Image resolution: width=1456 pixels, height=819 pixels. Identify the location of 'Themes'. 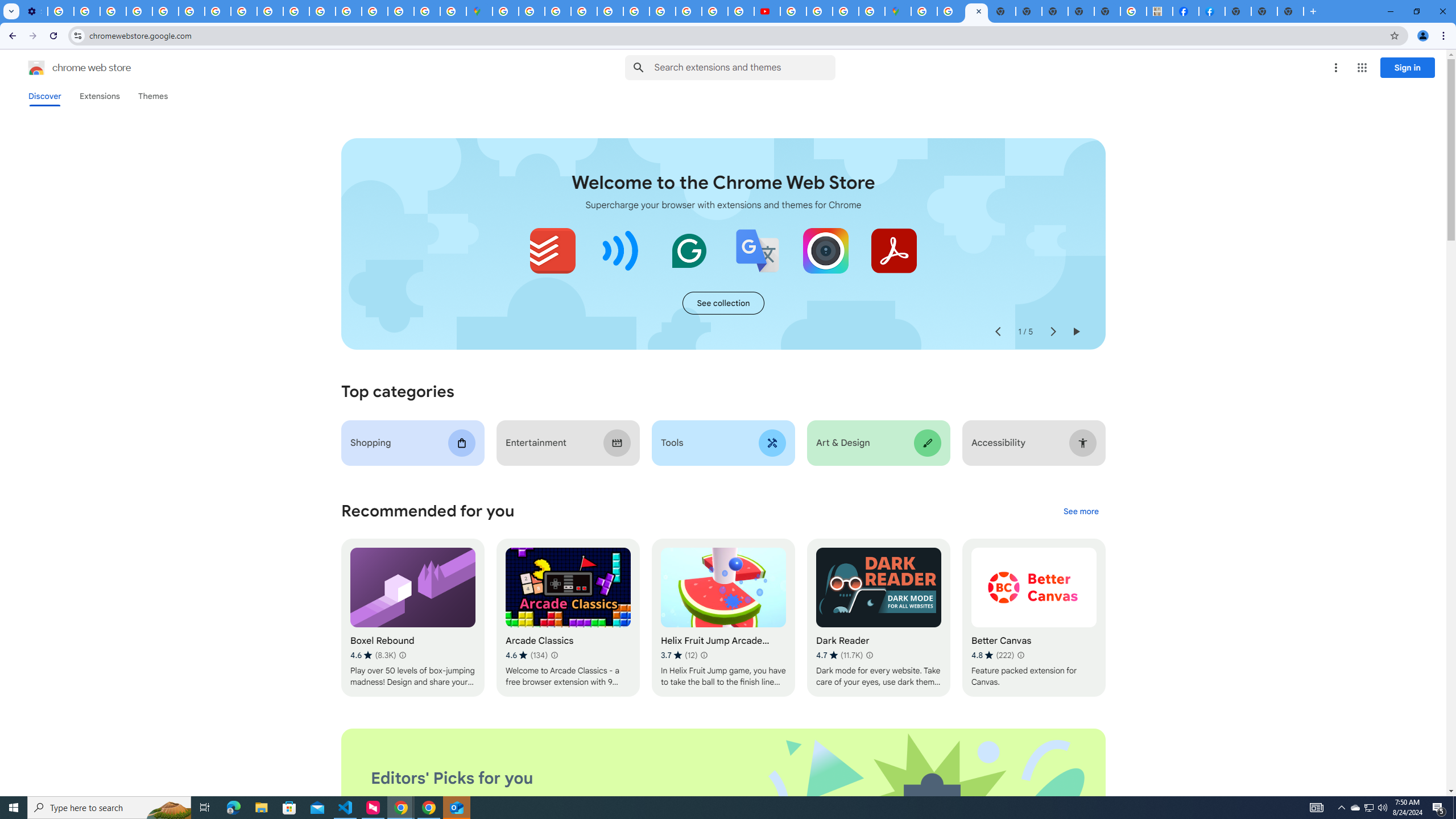
(152, 96).